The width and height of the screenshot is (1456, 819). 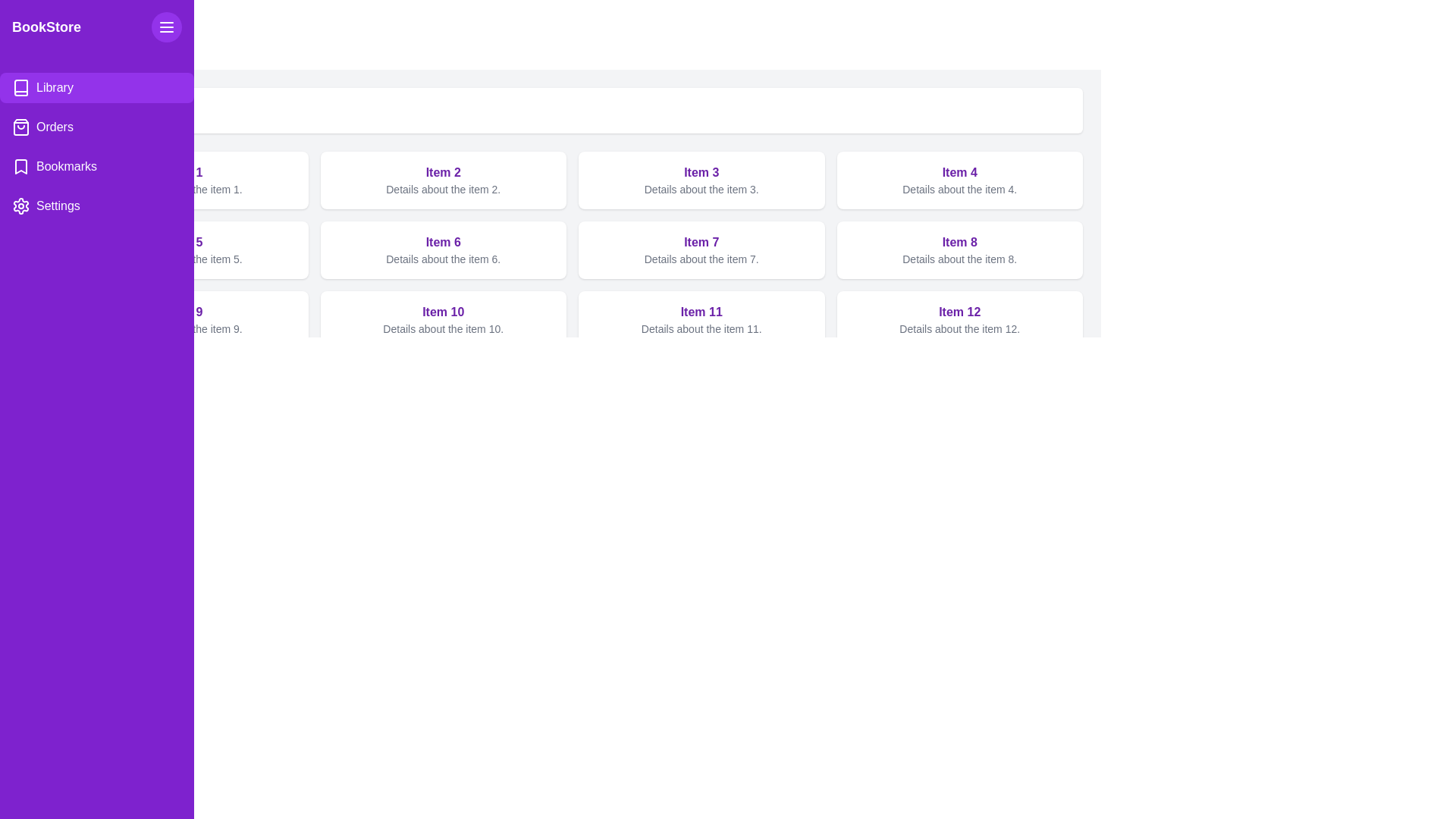 What do you see at coordinates (701, 242) in the screenshot?
I see `the text label displaying 'Item 7' in bold purple font, located centrally in the second row of card-like containers` at bounding box center [701, 242].